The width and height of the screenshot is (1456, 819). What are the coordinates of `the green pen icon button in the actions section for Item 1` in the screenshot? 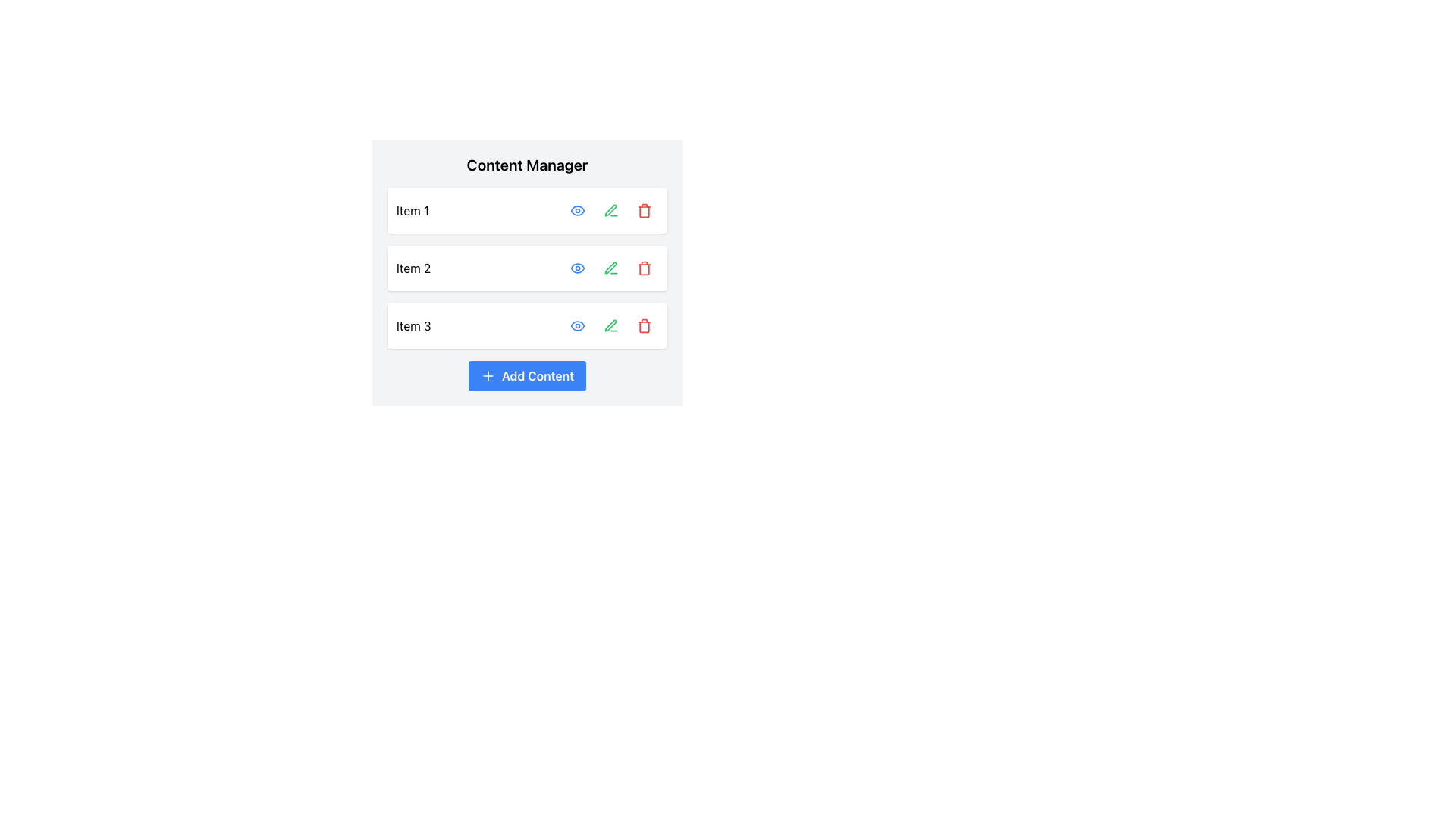 It's located at (611, 210).